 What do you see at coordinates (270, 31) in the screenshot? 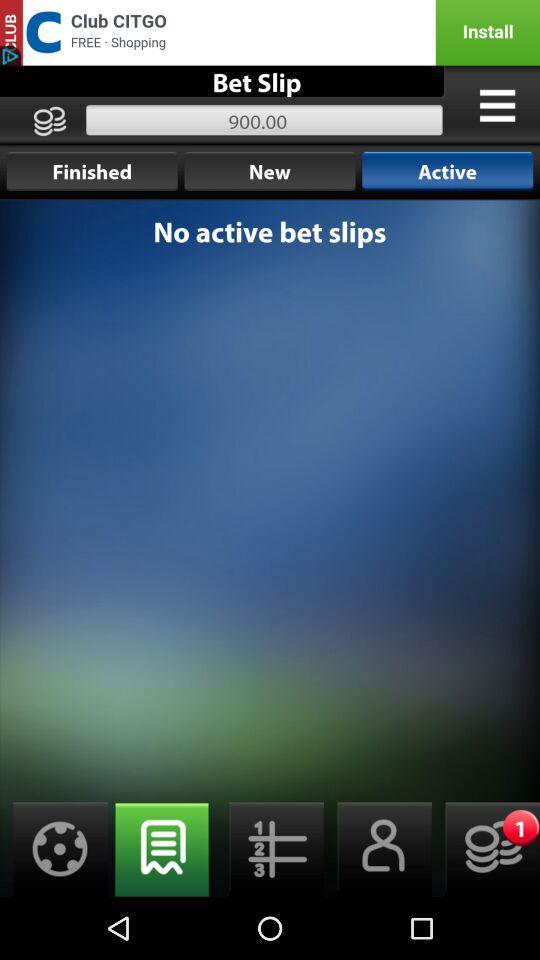
I see `advertising site` at bounding box center [270, 31].